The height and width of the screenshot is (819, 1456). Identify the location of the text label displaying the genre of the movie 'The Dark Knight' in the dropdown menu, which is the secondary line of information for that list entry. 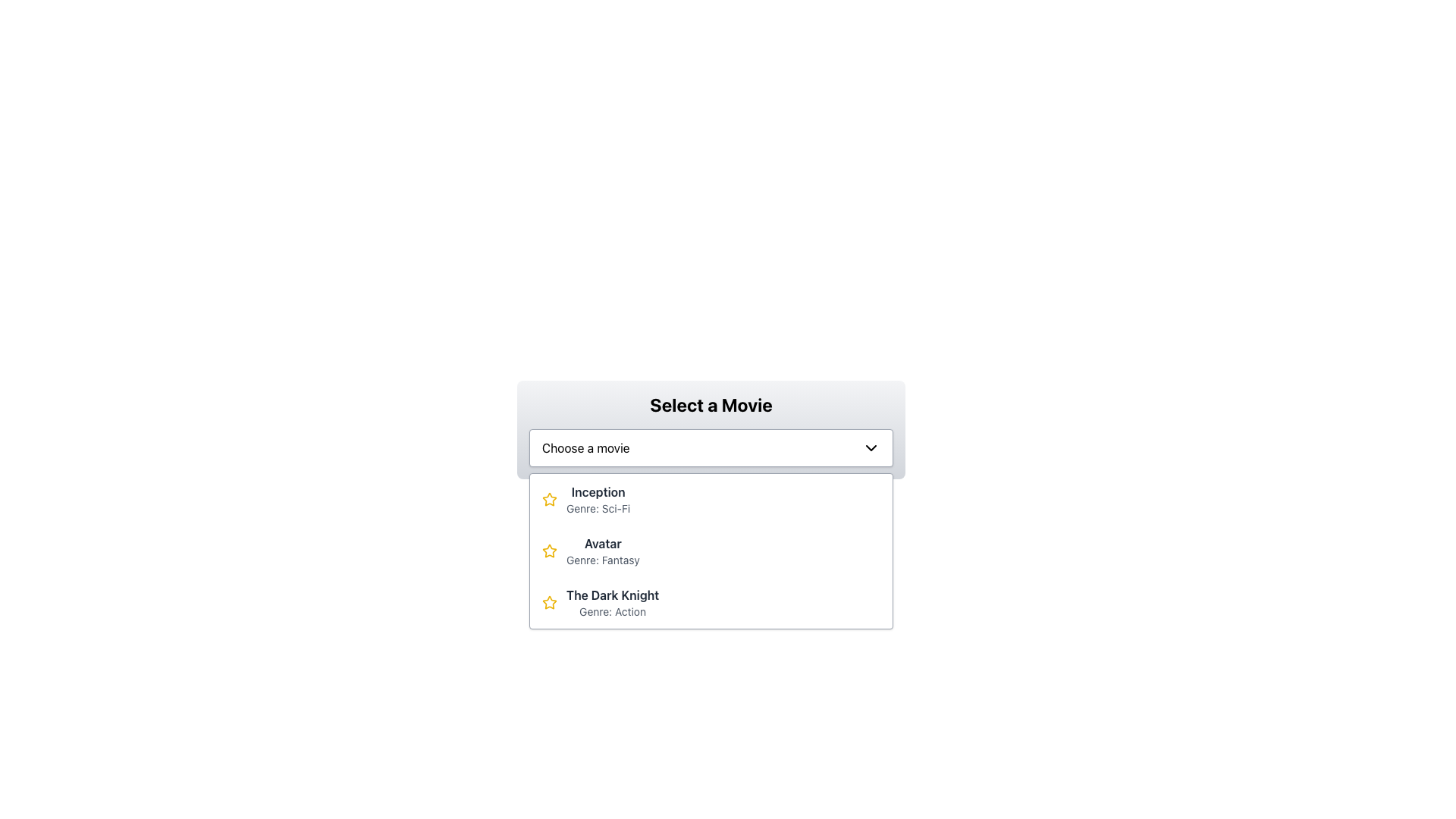
(613, 610).